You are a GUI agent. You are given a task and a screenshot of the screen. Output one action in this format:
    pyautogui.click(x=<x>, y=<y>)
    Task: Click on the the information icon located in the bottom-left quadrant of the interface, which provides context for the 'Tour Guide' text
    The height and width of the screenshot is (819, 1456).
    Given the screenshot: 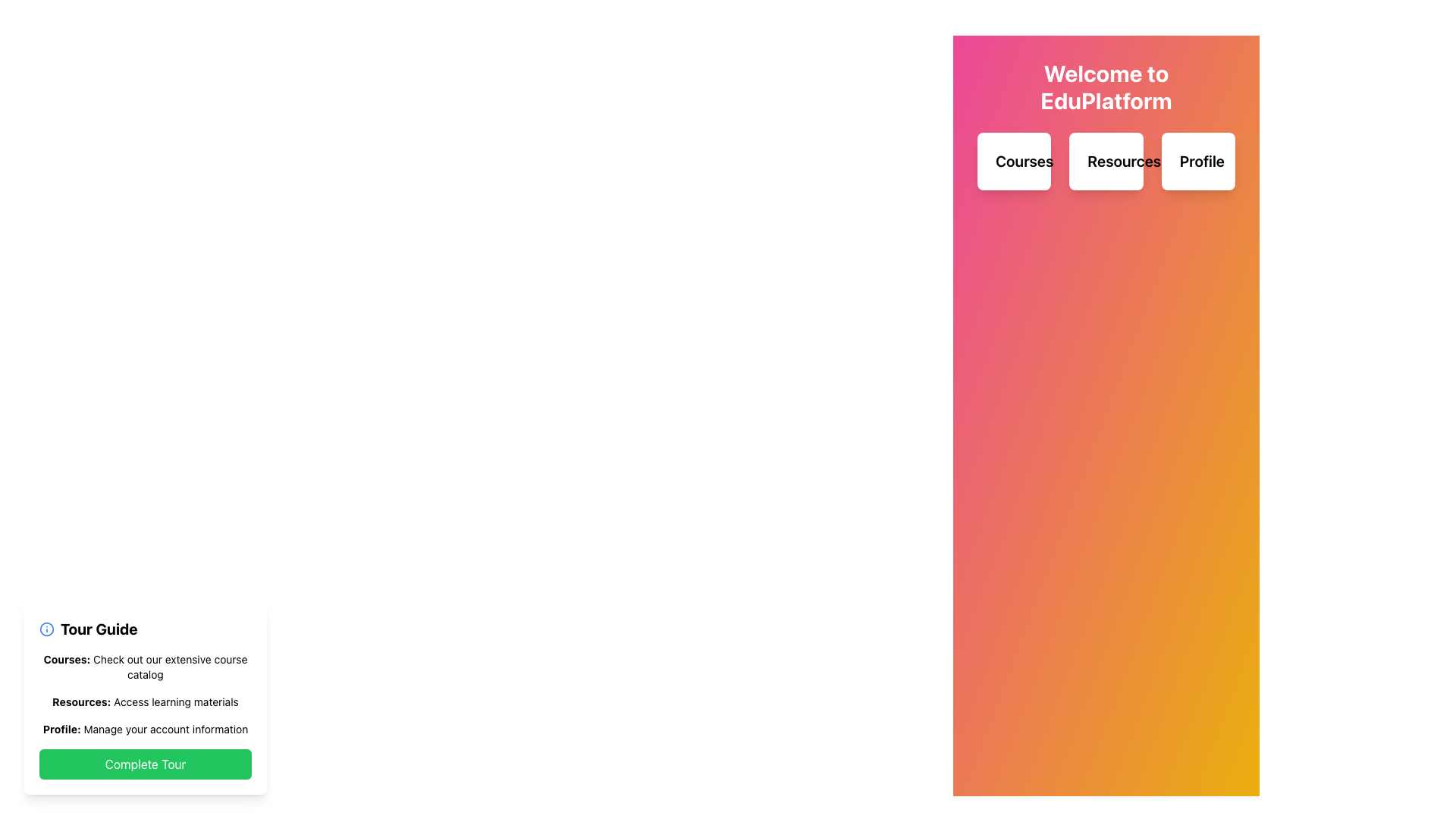 What is the action you would take?
    pyautogui.click(x=47, y=629)
    